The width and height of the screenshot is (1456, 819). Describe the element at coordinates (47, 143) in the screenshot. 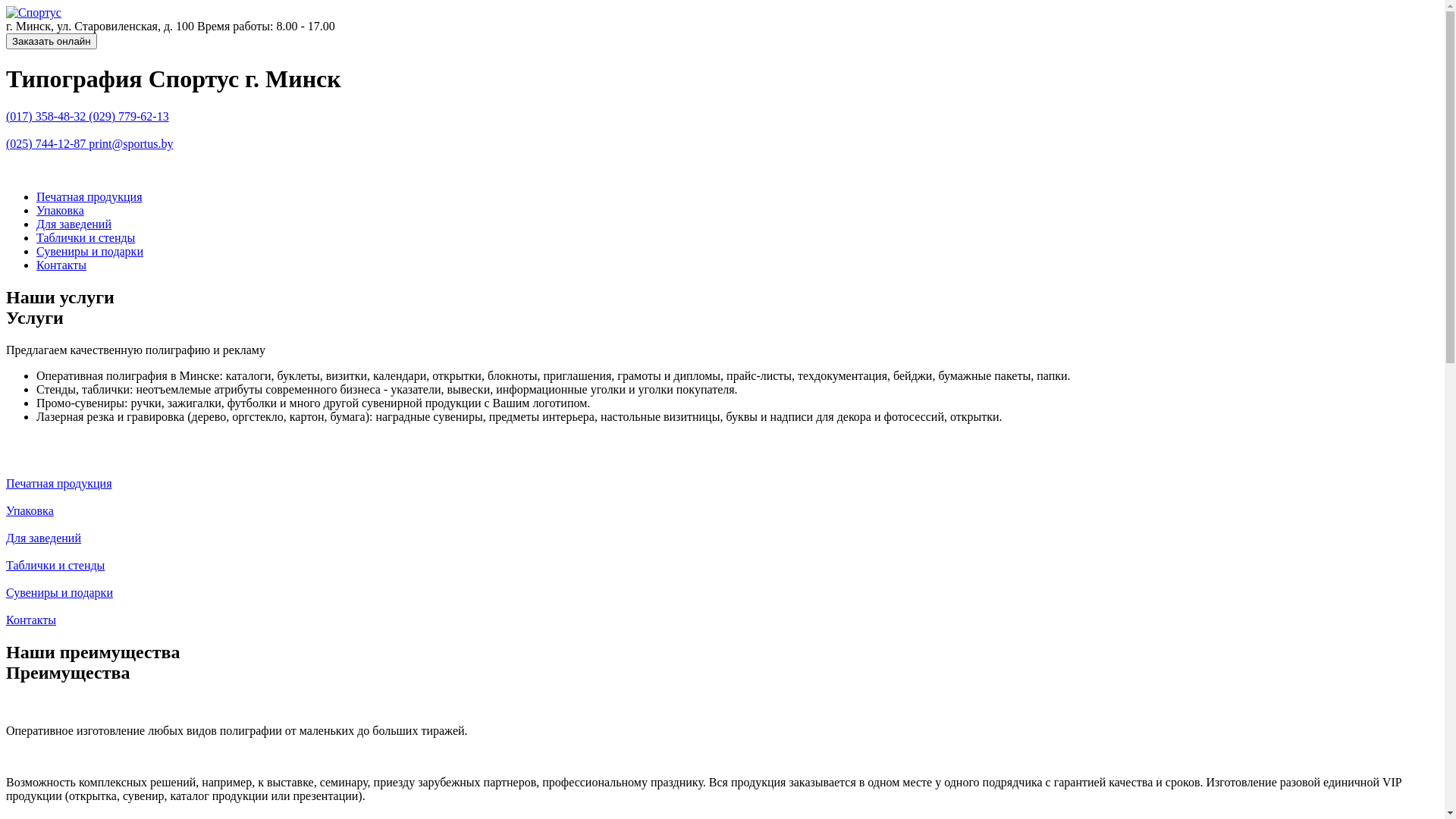

I see `'(025) 744-12-87'` at that location.